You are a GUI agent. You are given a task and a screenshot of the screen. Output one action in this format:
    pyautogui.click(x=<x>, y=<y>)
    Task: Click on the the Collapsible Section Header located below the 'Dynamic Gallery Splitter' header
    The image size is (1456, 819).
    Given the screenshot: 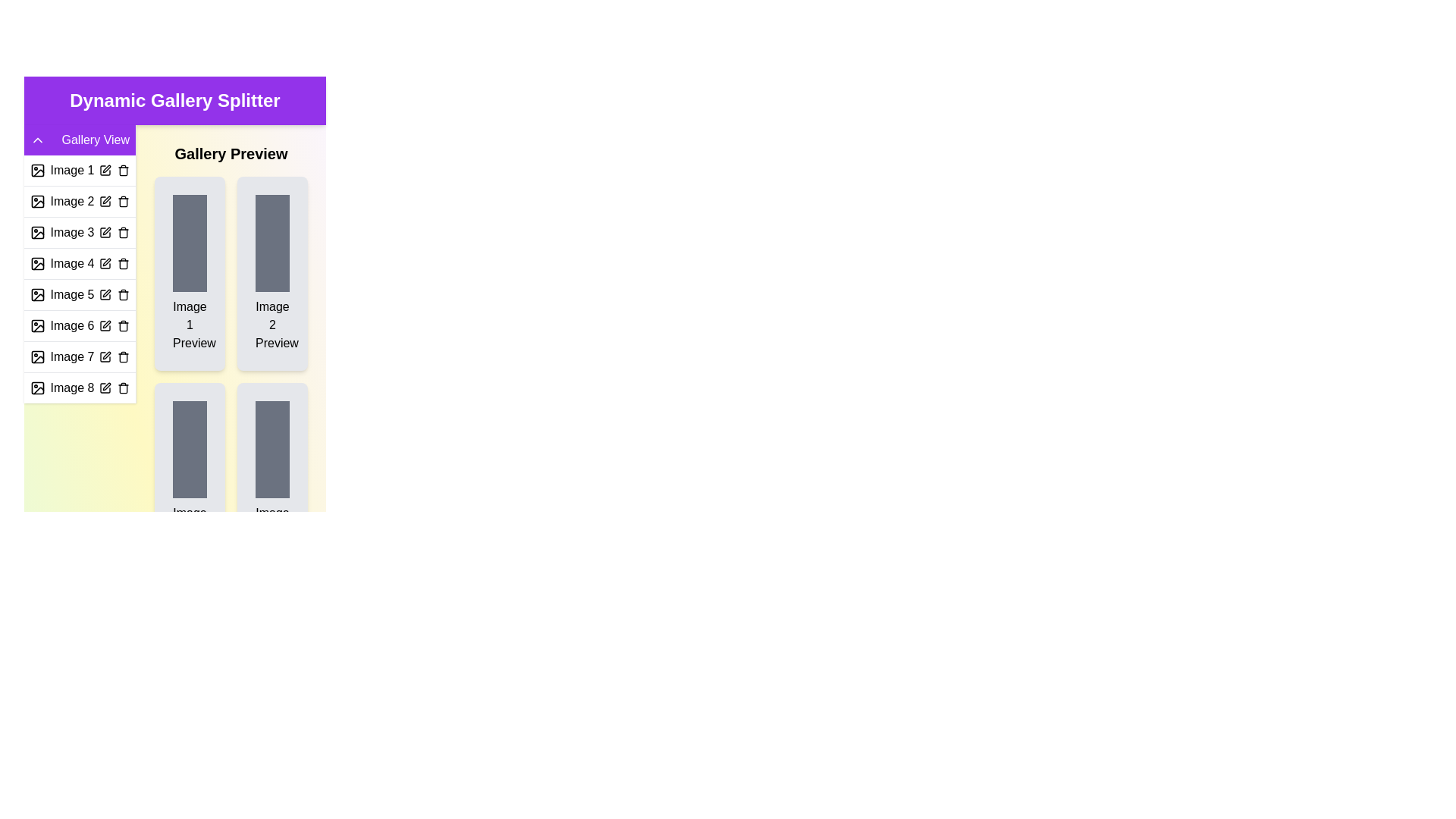 What is the action you would take?
    pyautogui.click(x=79, y=140)
    